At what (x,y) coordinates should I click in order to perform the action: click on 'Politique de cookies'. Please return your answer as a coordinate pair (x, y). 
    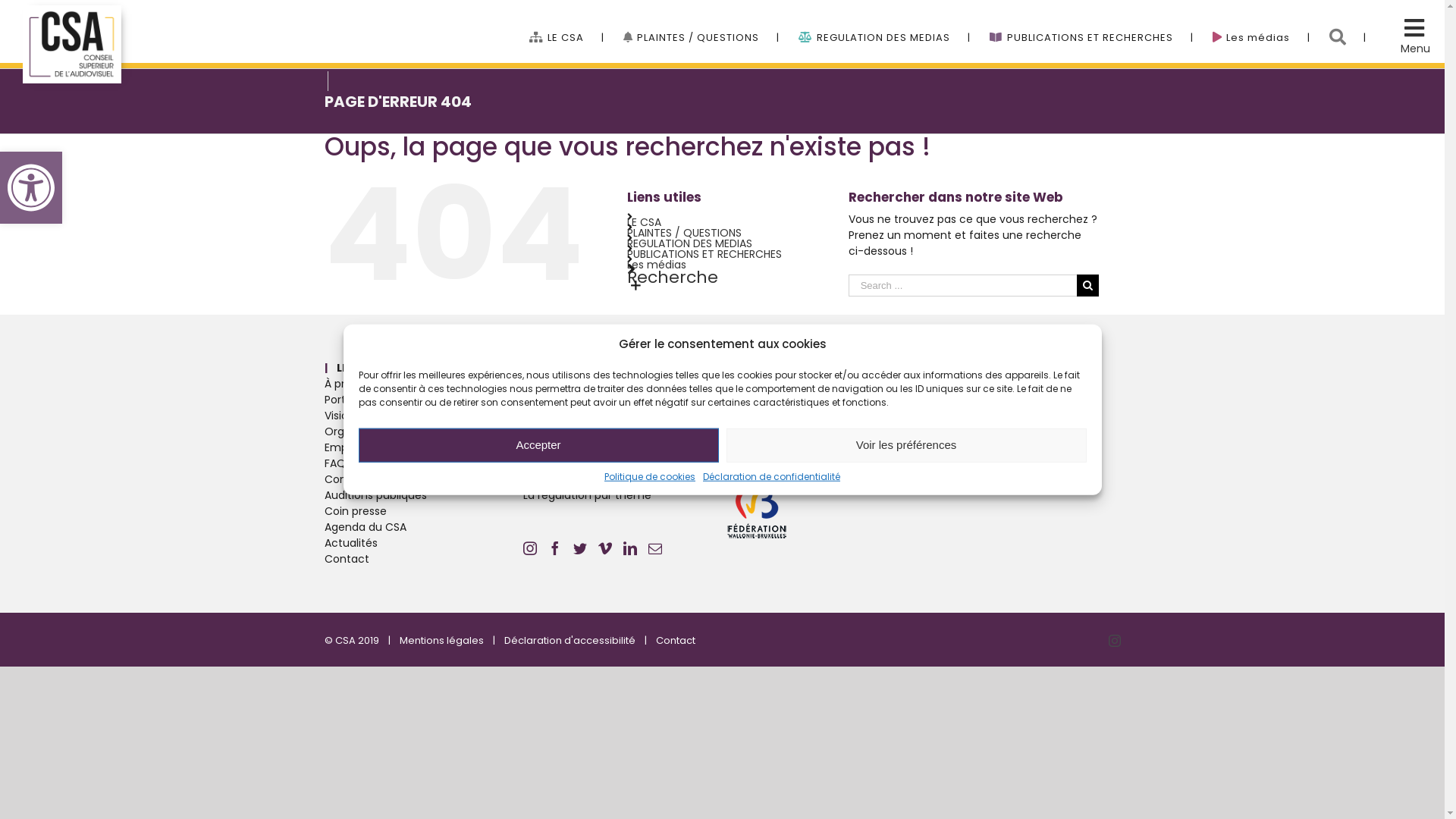
    Looking at the image, I should click on (603, 475).